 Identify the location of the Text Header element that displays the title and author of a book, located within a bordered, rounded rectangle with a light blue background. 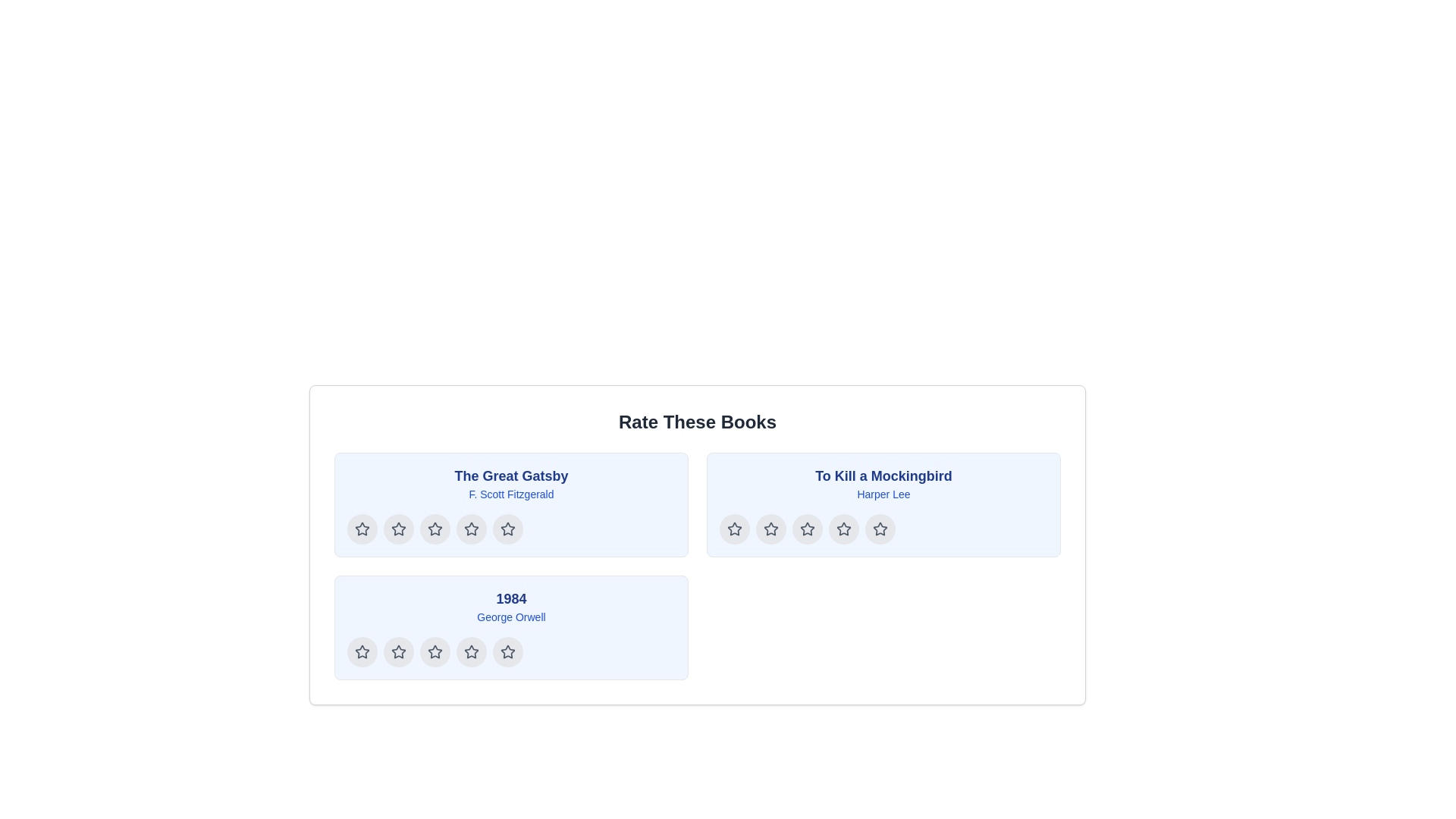
(511, 483).